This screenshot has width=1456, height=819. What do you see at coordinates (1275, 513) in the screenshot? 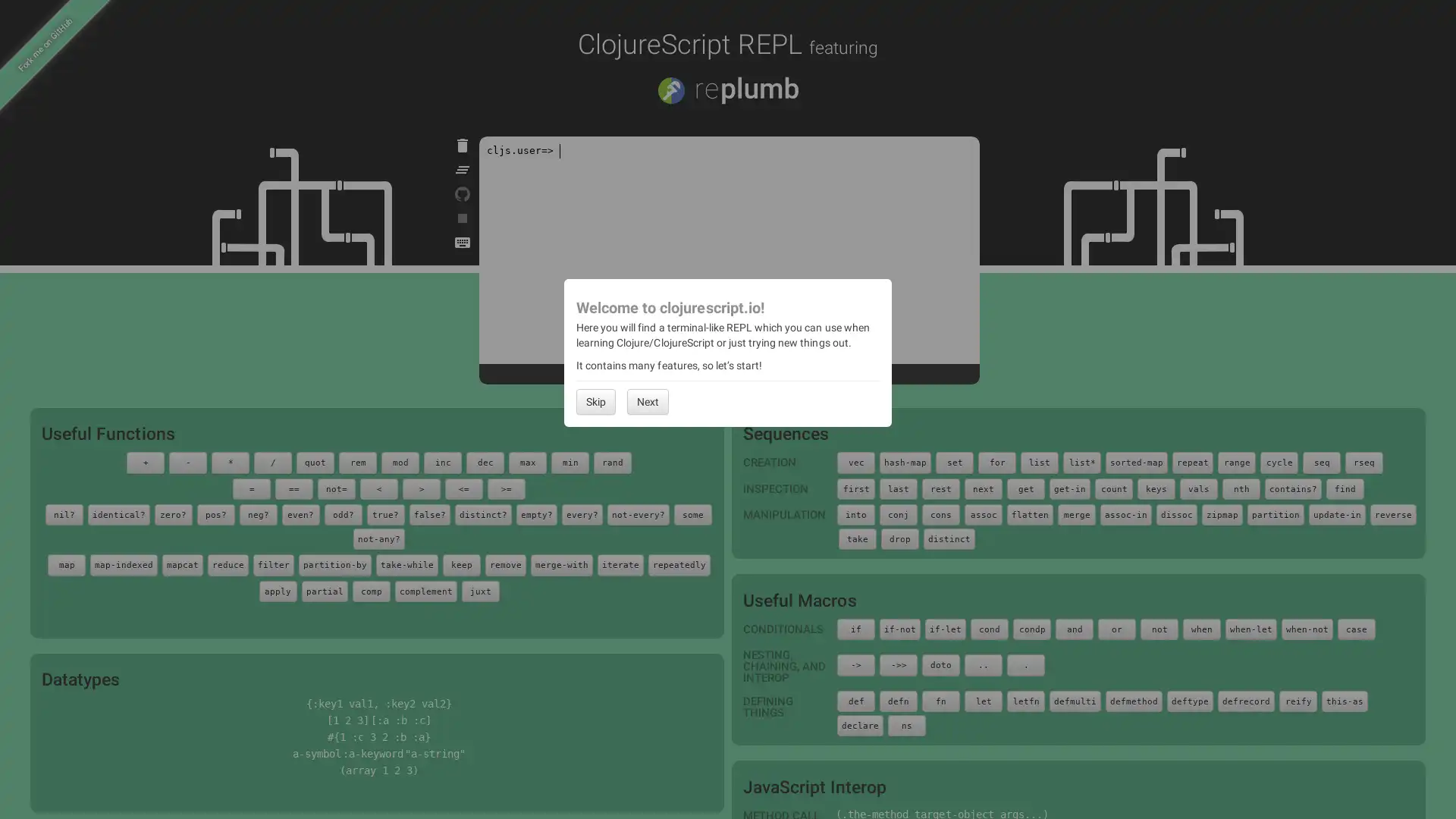
I see `partition` at bounding box center [1275, 513].